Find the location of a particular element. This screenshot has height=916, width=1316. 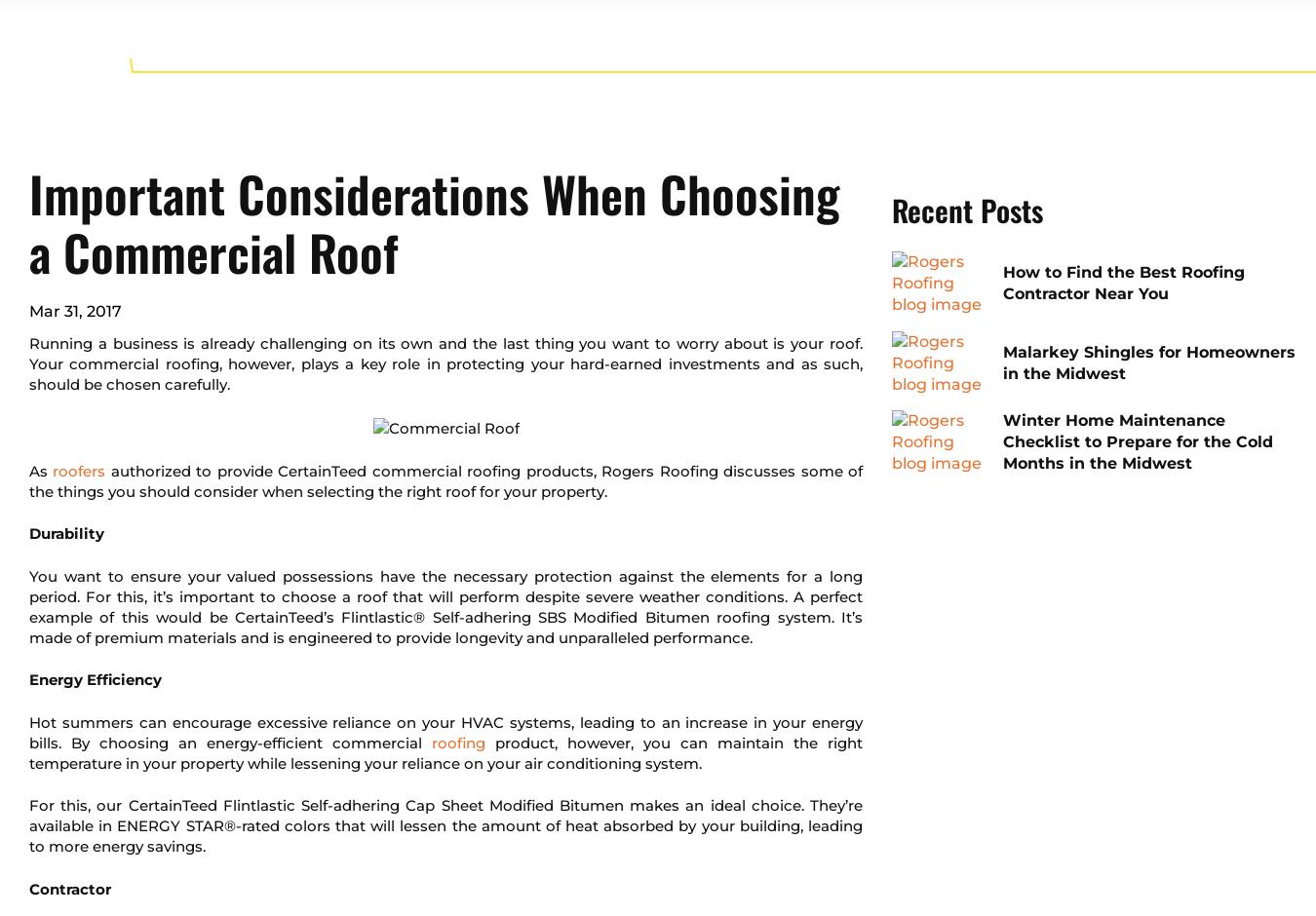

'Running a business is already challenging on its own and the last thing you want to worry about is your roof. Your commercial roofing, however, plays a key role in protecting your hard-earned investments and as such, should be chosen carefully.' is located at coordinates (445, 363).